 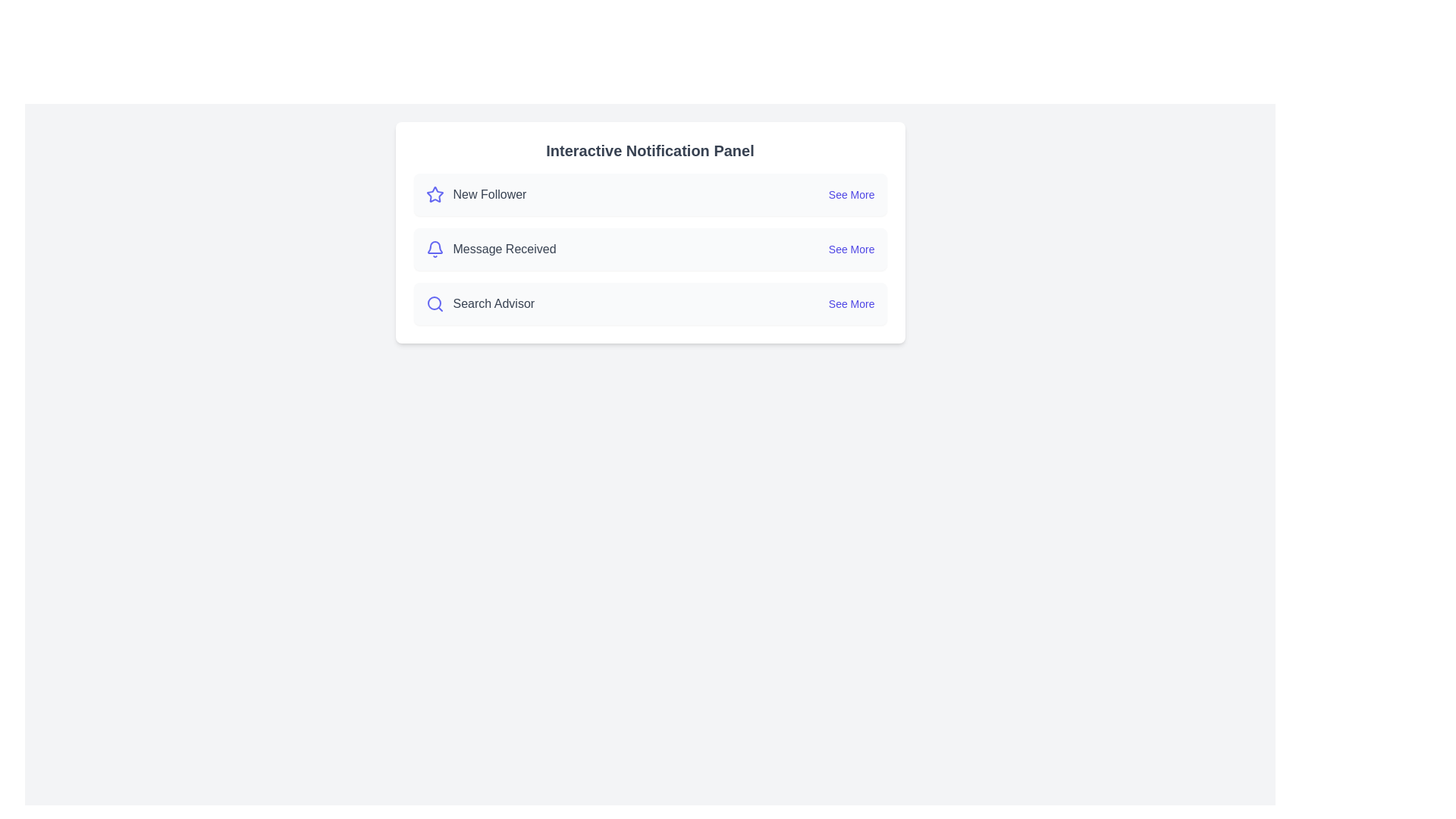 What do you see at coordinates (852, 304) in the screenshot?
I see `the Text link located in the rightmost area of the 'Search Advisor' section to observe the color change` at bounding box center [852, 304].